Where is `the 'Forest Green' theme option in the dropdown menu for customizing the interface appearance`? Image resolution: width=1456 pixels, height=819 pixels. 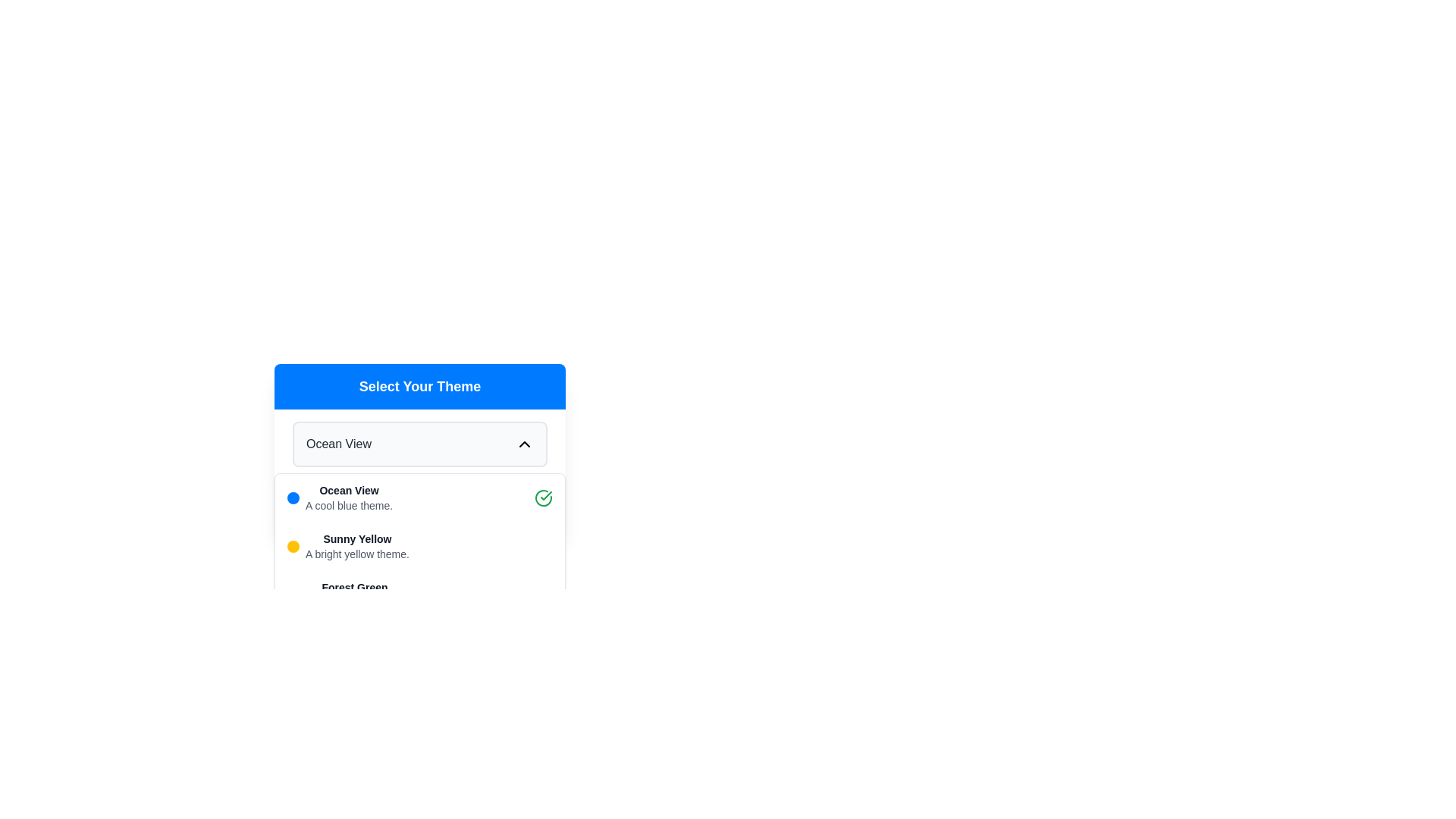 the 'Forest Green' theme option in the dropdown menu for customizing the interface appearance is located at coordinates (345, 595).